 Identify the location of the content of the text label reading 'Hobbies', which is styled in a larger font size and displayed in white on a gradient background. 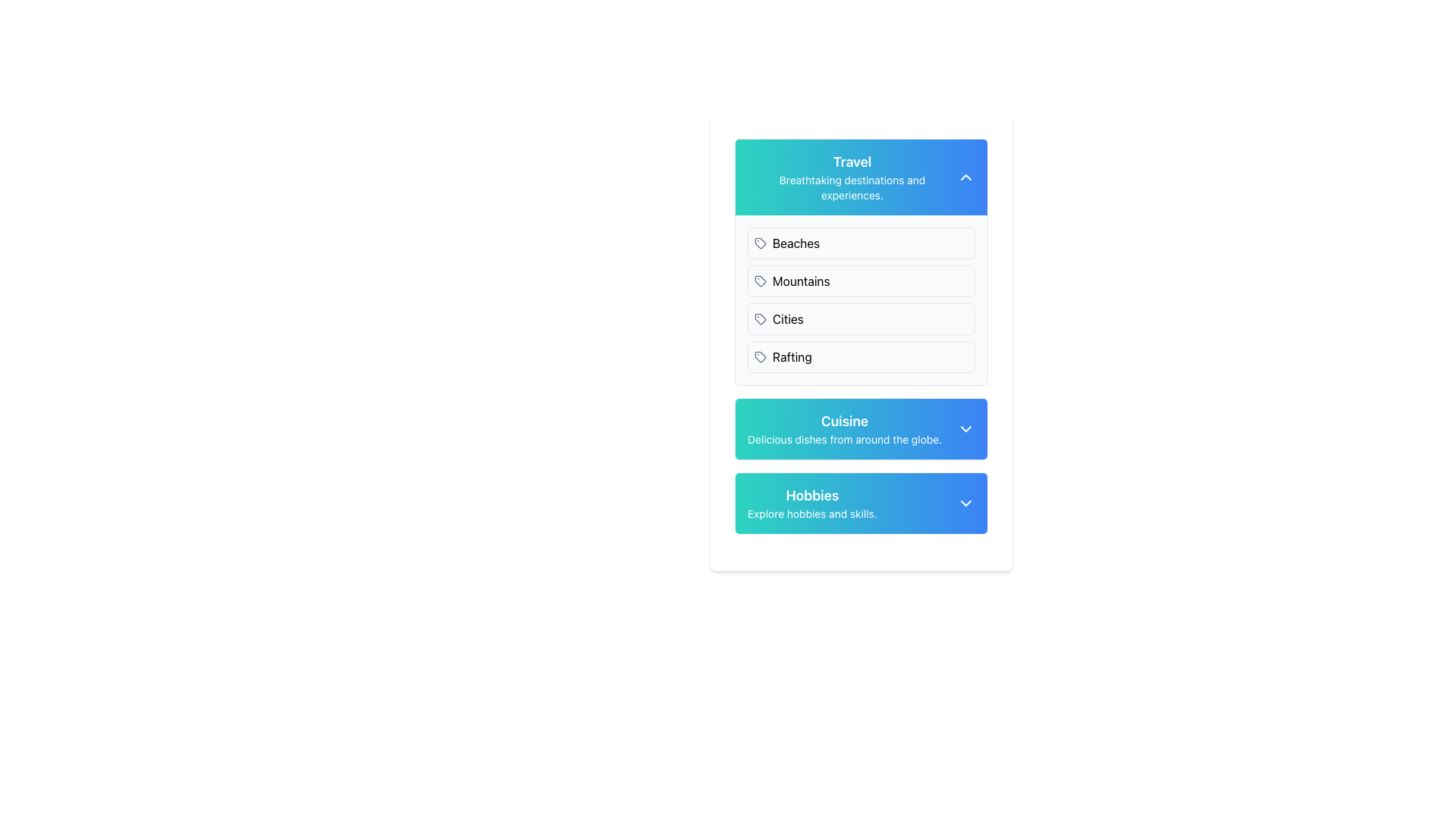
(811, 496).